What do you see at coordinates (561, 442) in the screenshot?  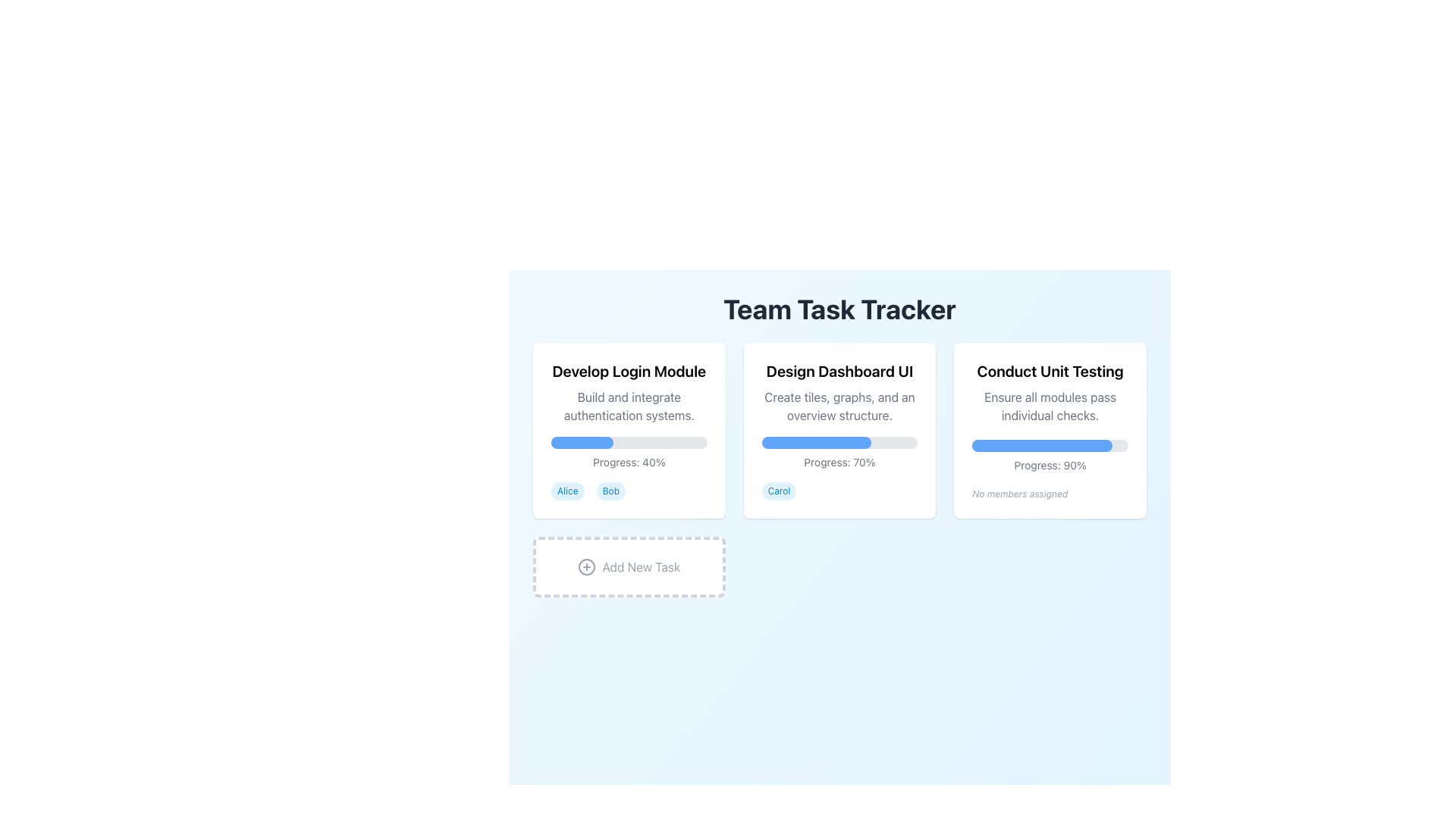 I see `the progress bar value` at bounding box center [561, 442].